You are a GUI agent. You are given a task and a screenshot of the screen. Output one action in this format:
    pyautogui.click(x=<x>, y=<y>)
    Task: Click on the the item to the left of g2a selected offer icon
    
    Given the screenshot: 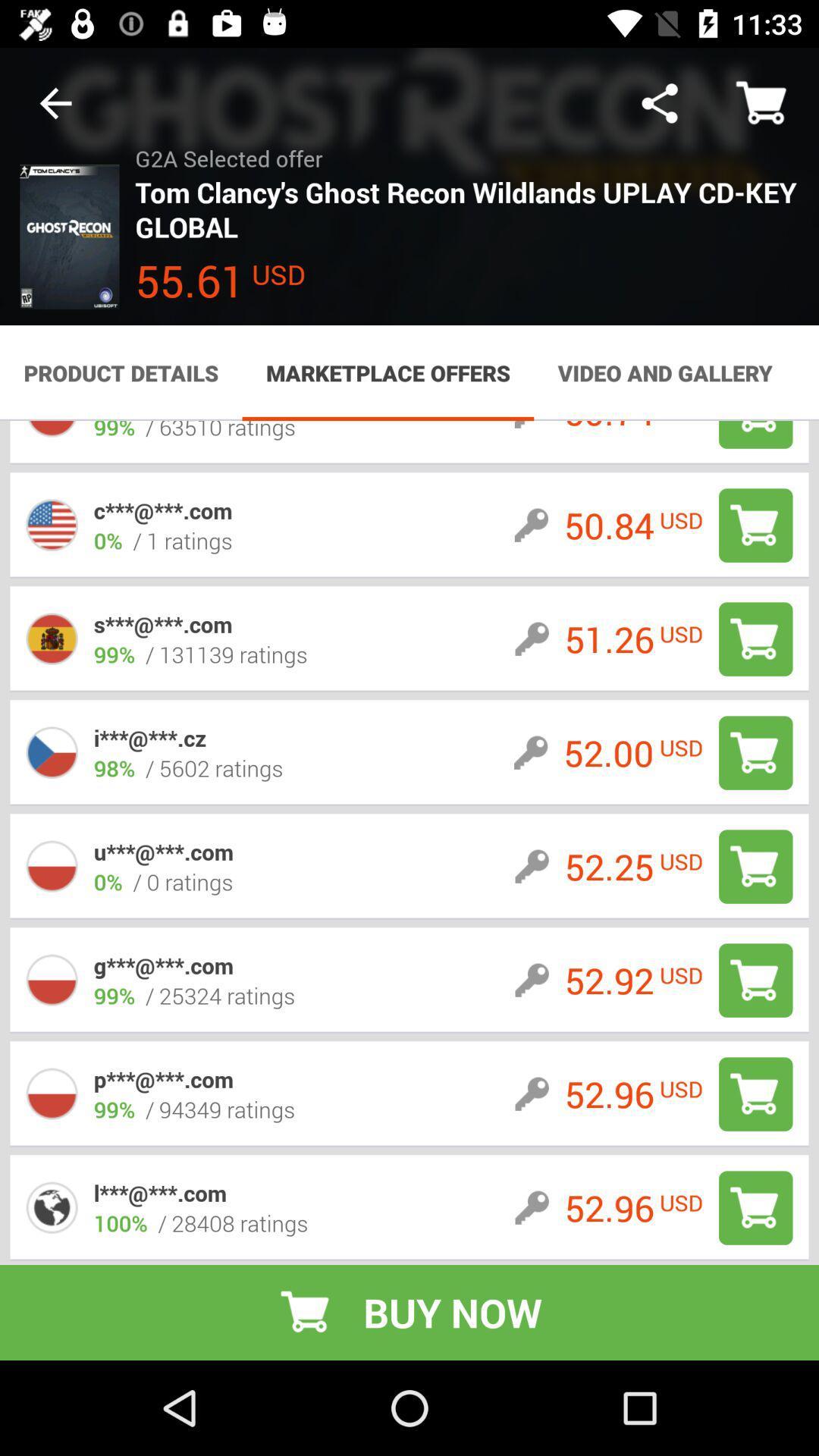 What is the action you would take?
    pyautogui.click(x=55, y=102)
    